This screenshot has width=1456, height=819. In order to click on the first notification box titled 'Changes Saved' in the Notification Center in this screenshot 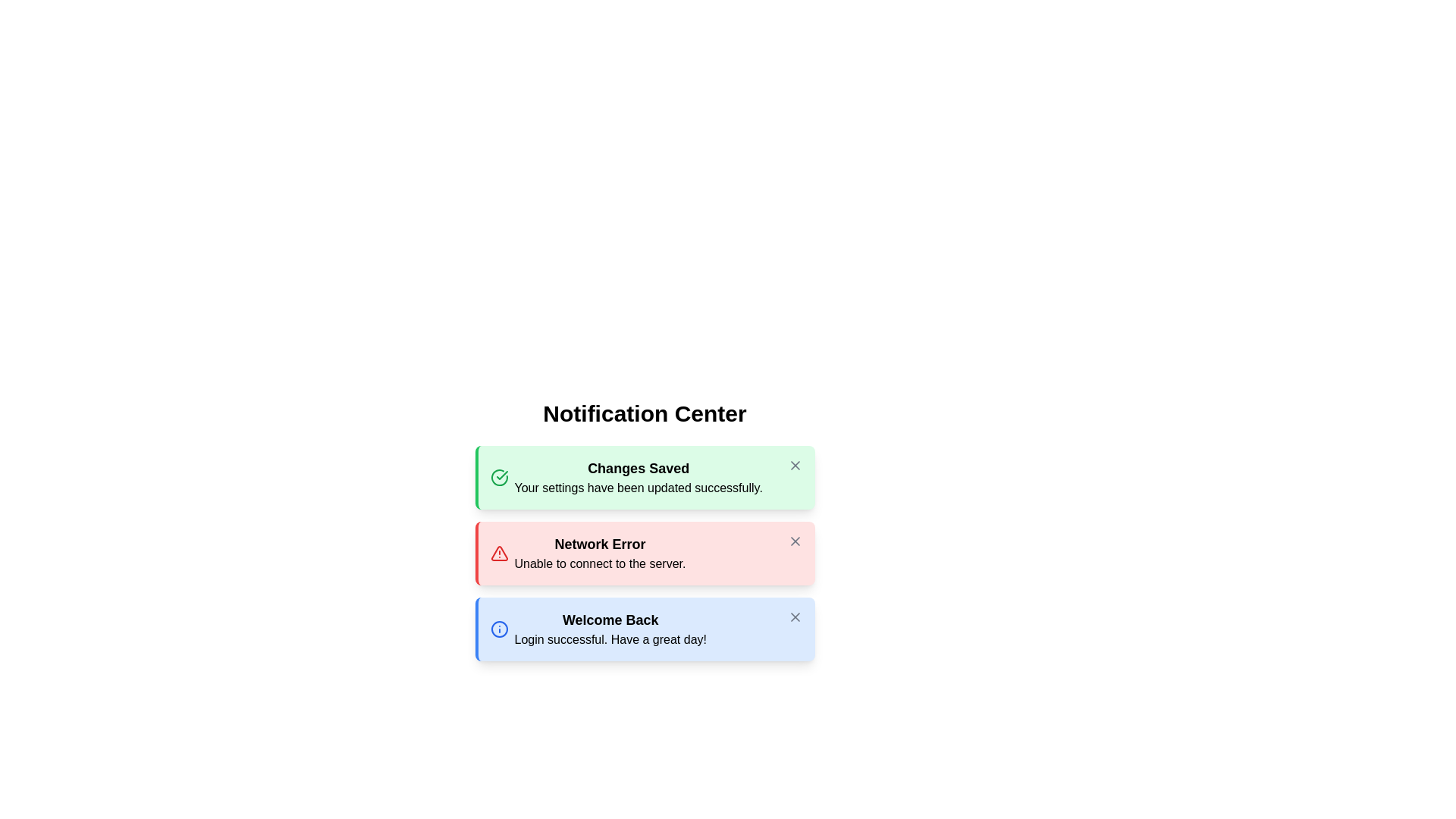, I will do `click(645, 476)`.